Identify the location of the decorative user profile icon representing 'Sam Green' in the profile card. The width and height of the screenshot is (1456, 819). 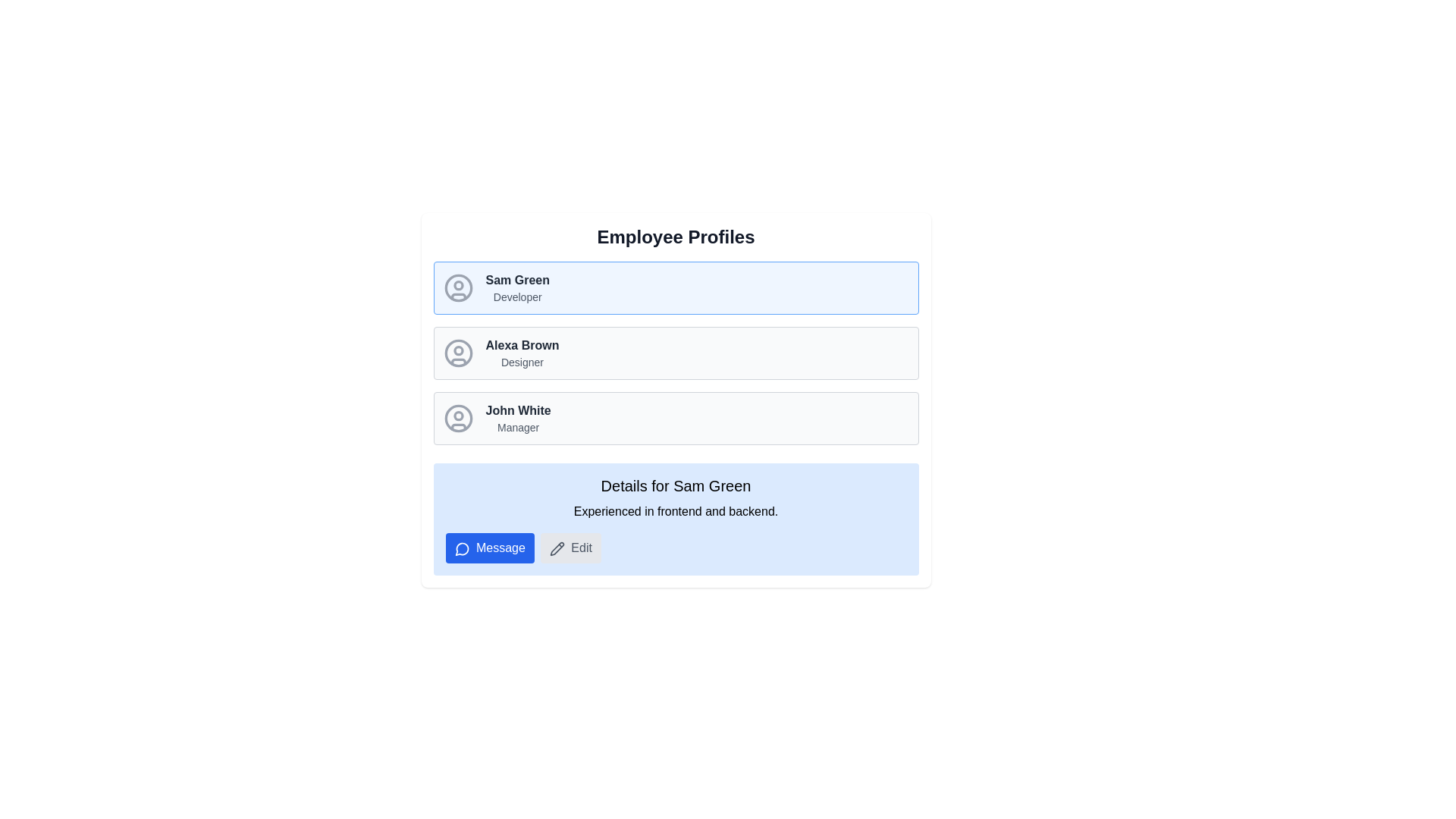
(457, 297).